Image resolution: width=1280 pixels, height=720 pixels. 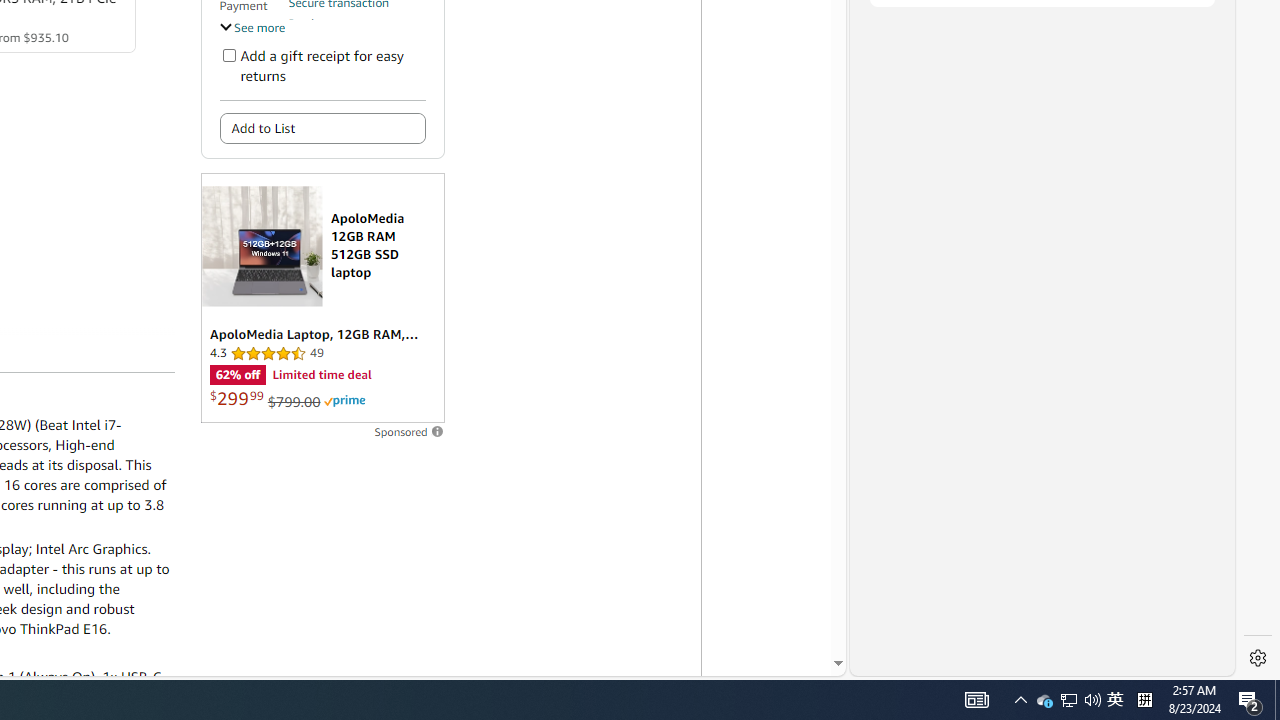 What do you see at coordinates (344, 401) in the screenshot?
I see `'Prime'` at bounding box center [344, 401].